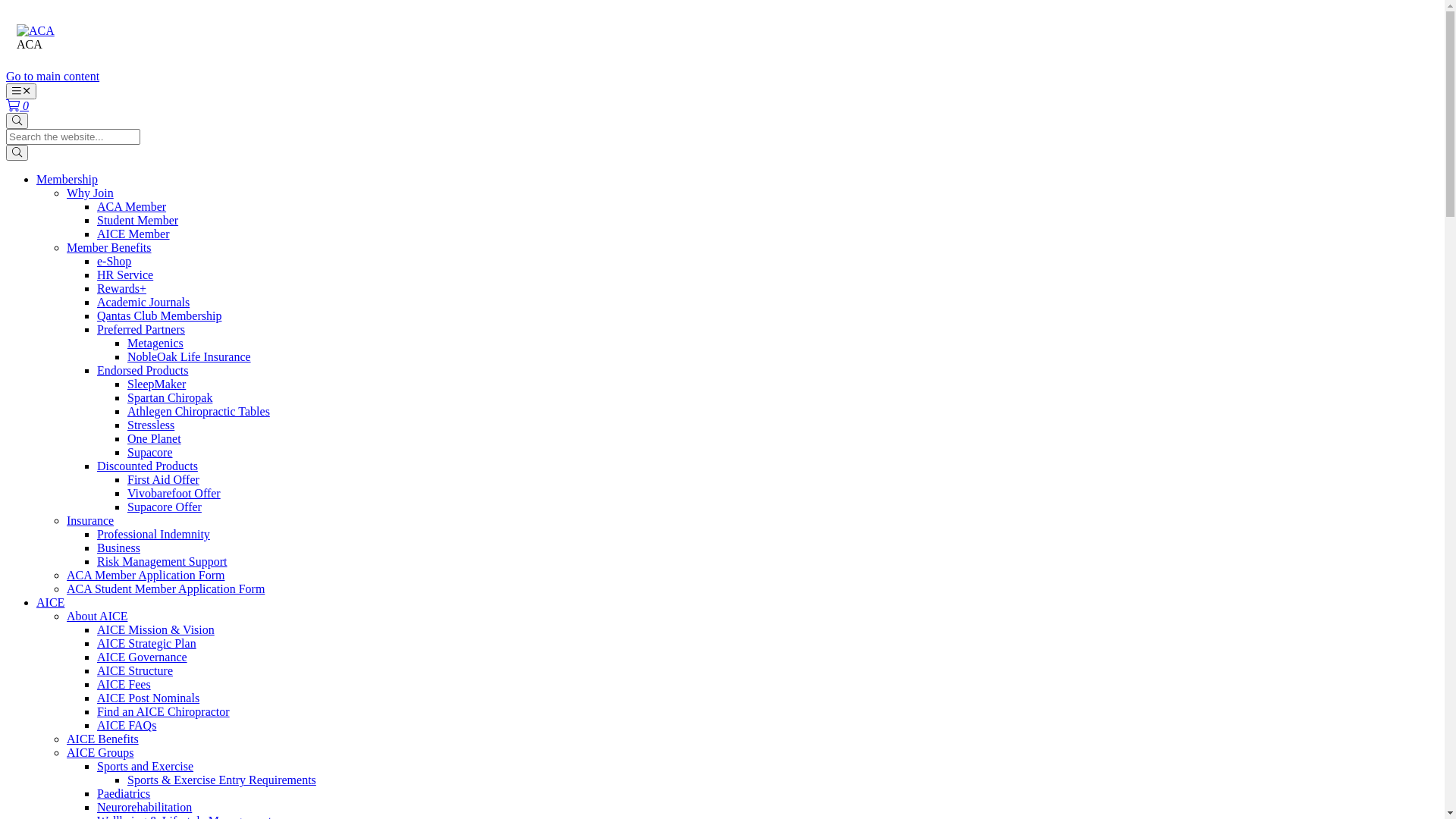 This screenshot has height=819, width=1456. Describe the element at coordinates (174, 493) in the screenshot. I see `'Vivobarefoot Offer'` at that location.